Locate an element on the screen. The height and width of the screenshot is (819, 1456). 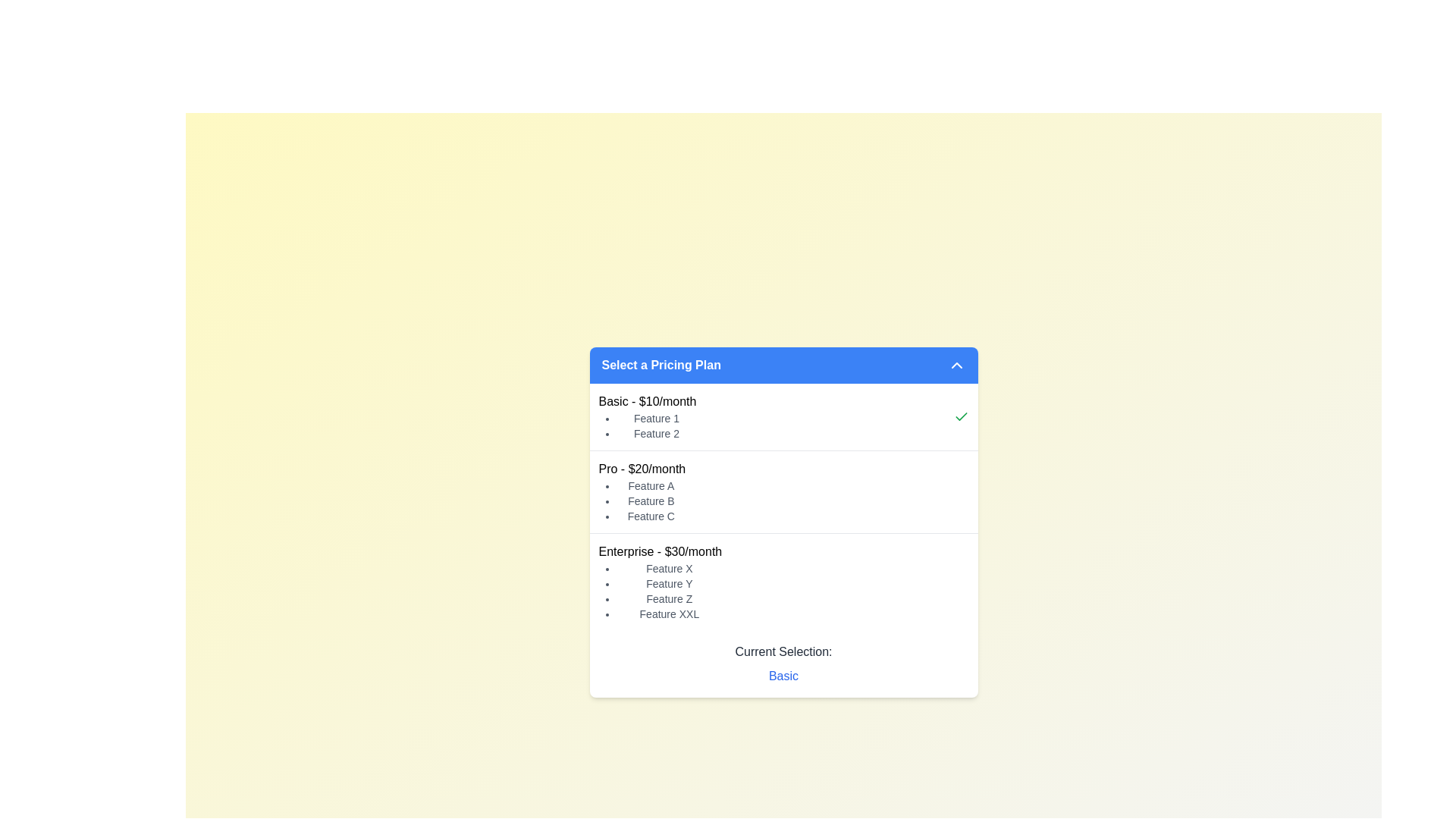
the bold text label displaying 'Select a Pricing Plan' within the blue background section of the dropdown interface is located at coordinates (661, 366).